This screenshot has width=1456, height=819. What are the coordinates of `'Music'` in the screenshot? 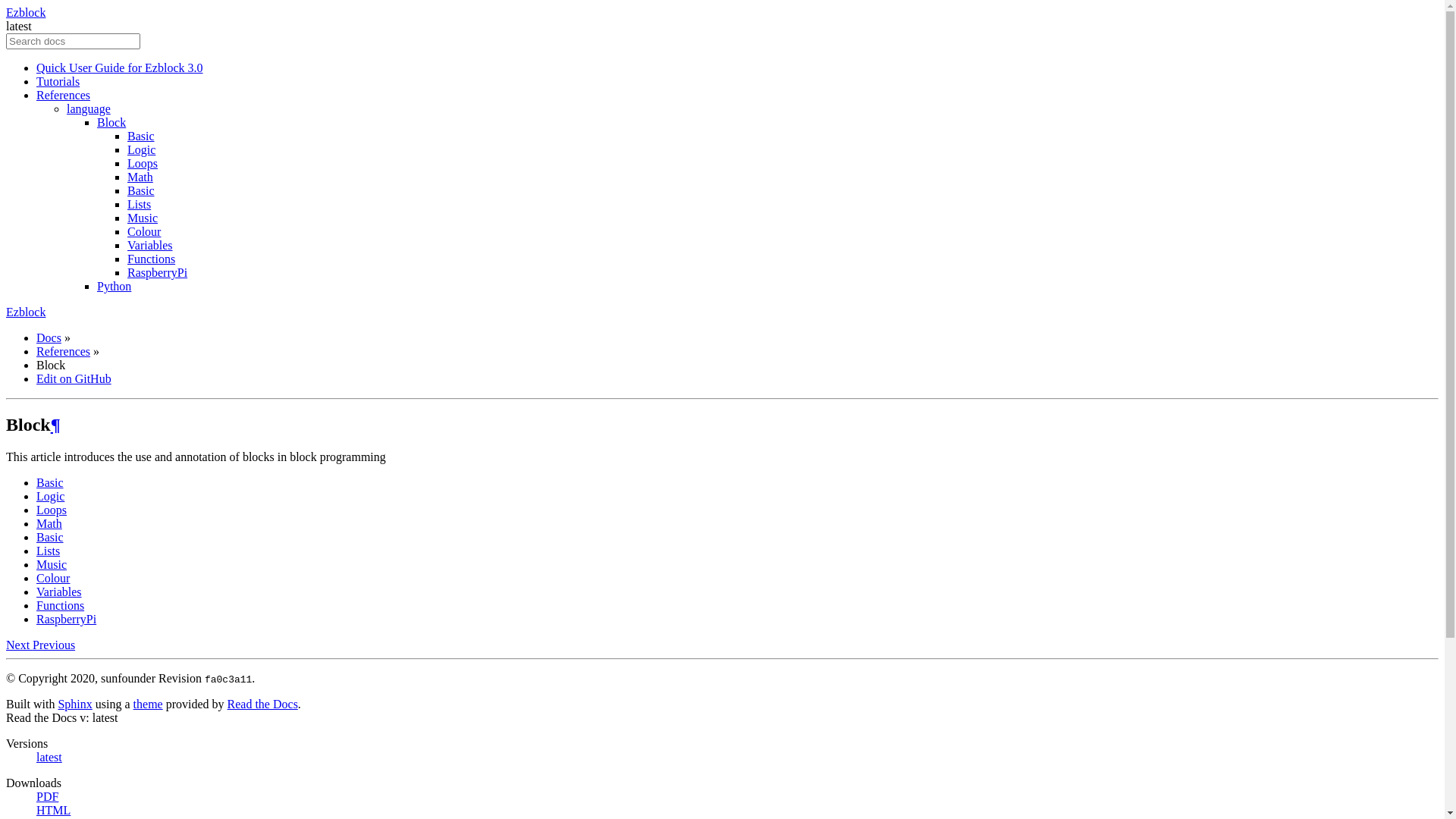 It's located at (142, 218).